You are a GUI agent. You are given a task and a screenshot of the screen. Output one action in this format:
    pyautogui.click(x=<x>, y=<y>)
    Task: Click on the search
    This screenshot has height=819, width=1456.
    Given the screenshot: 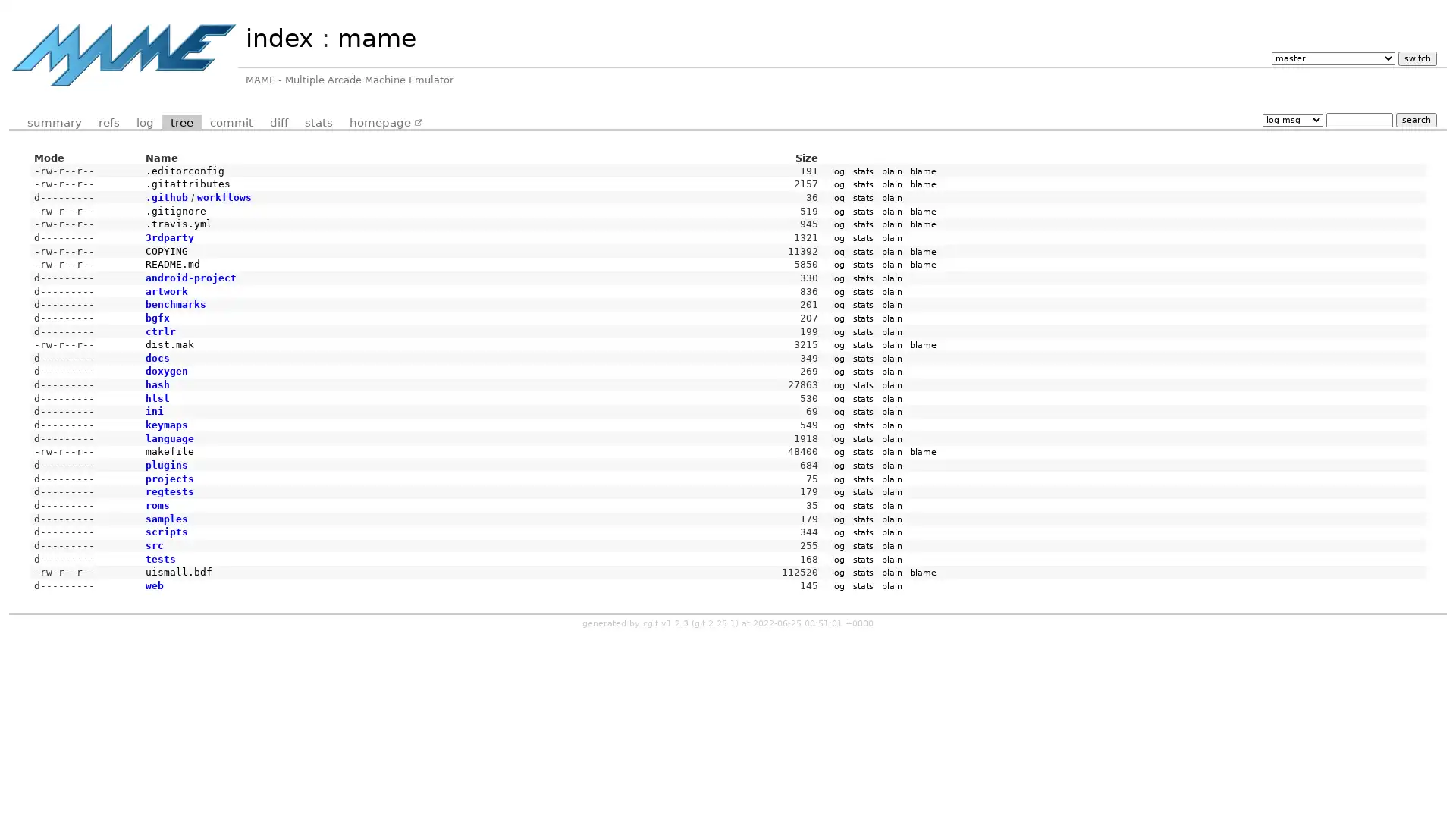 What is the action you would take?
    pyautogui.click(x=1415, y=118)
    